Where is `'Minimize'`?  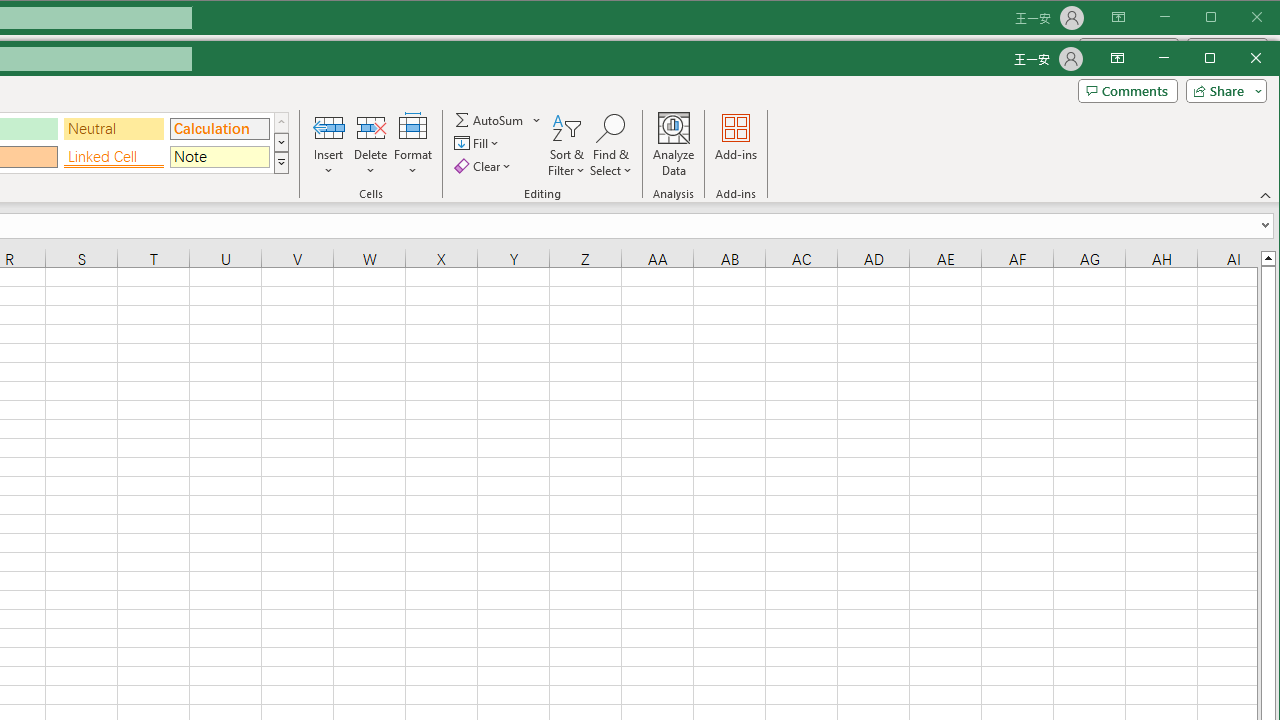
'Minimize' is located at coordinates (1215, 59).